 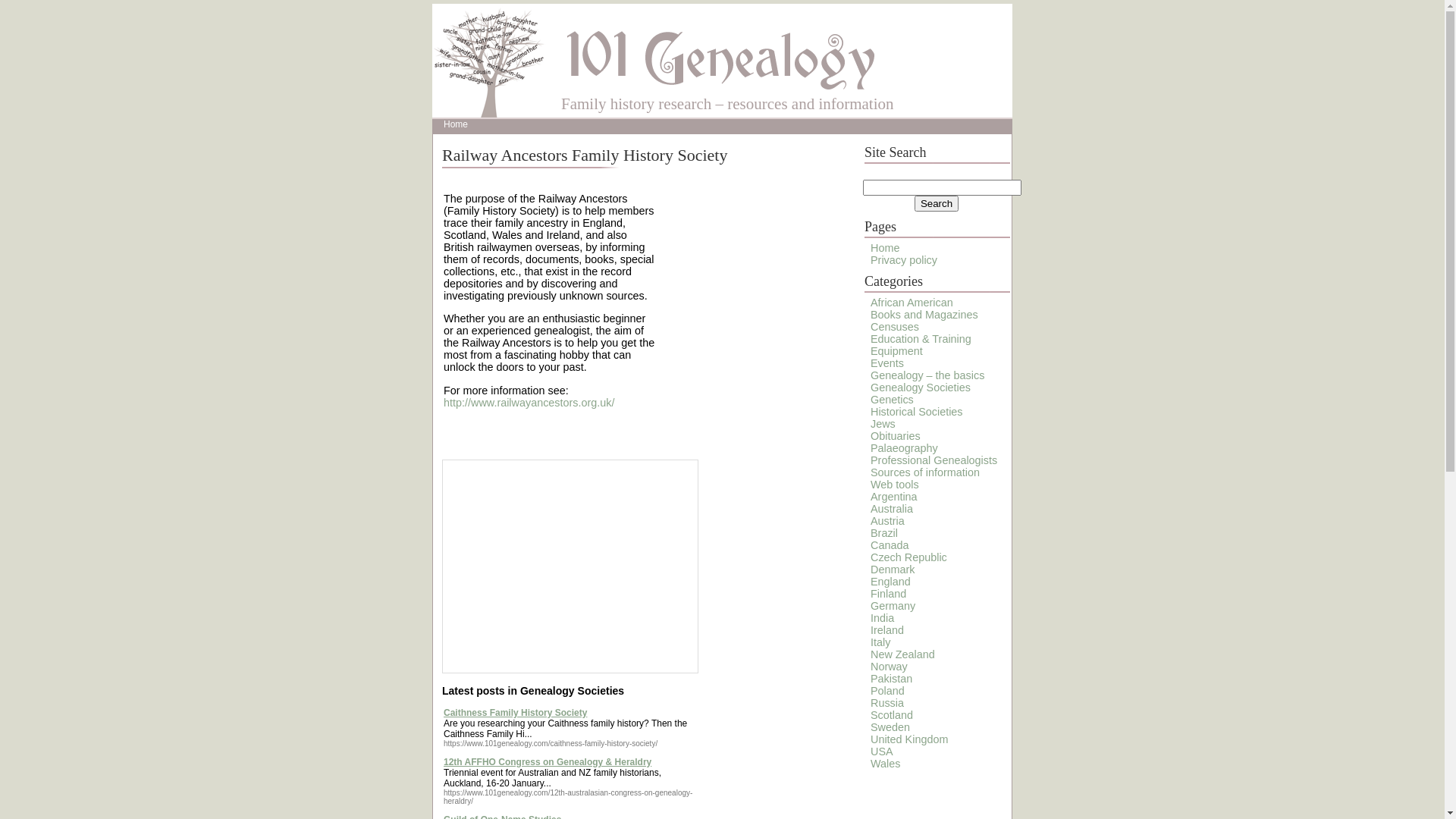 I want to click on 'Sources of information', so click(x=924, y=472).